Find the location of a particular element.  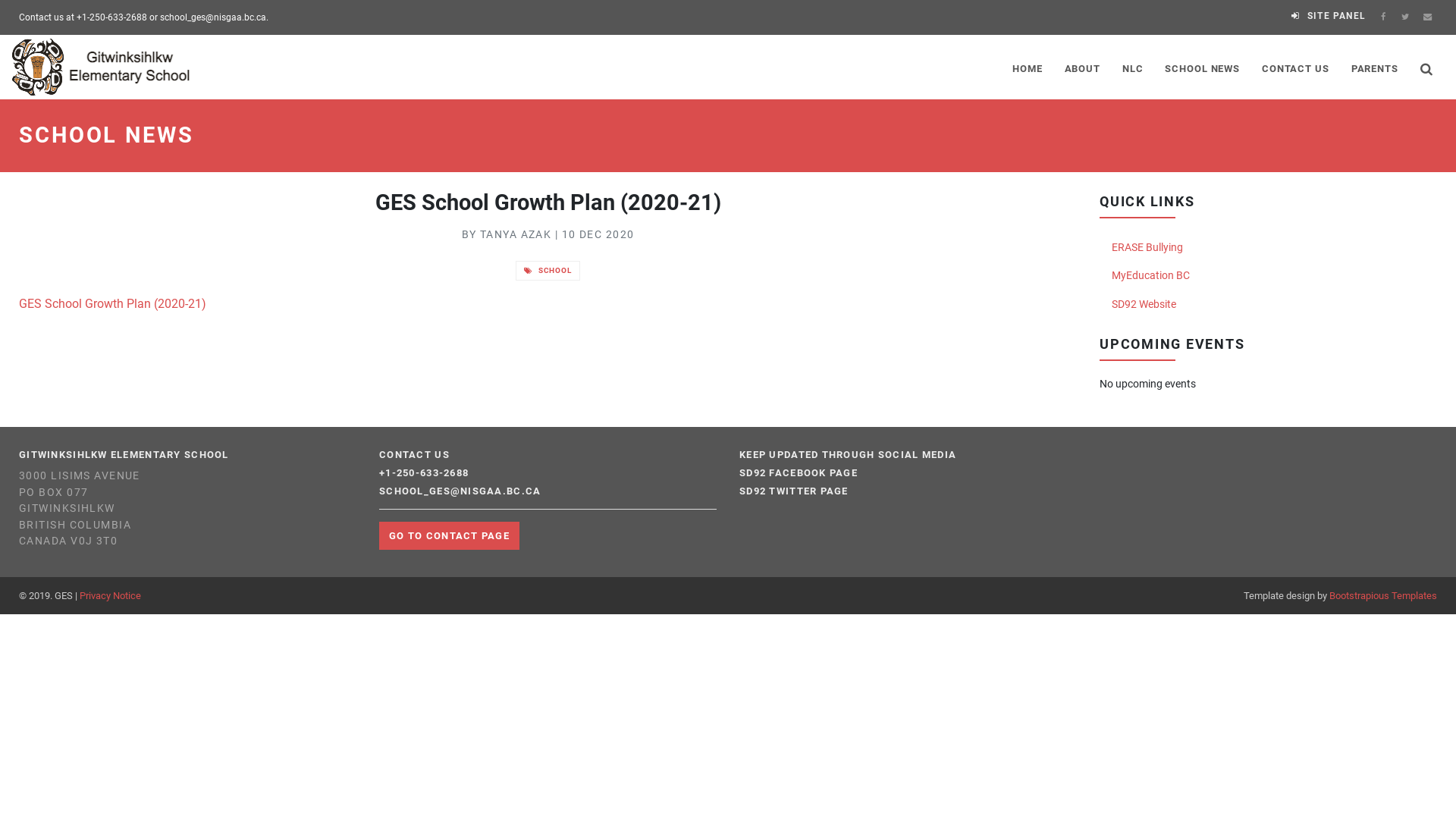

'SD92 TWITTER PAGE' is located at coordinates (792, 491).